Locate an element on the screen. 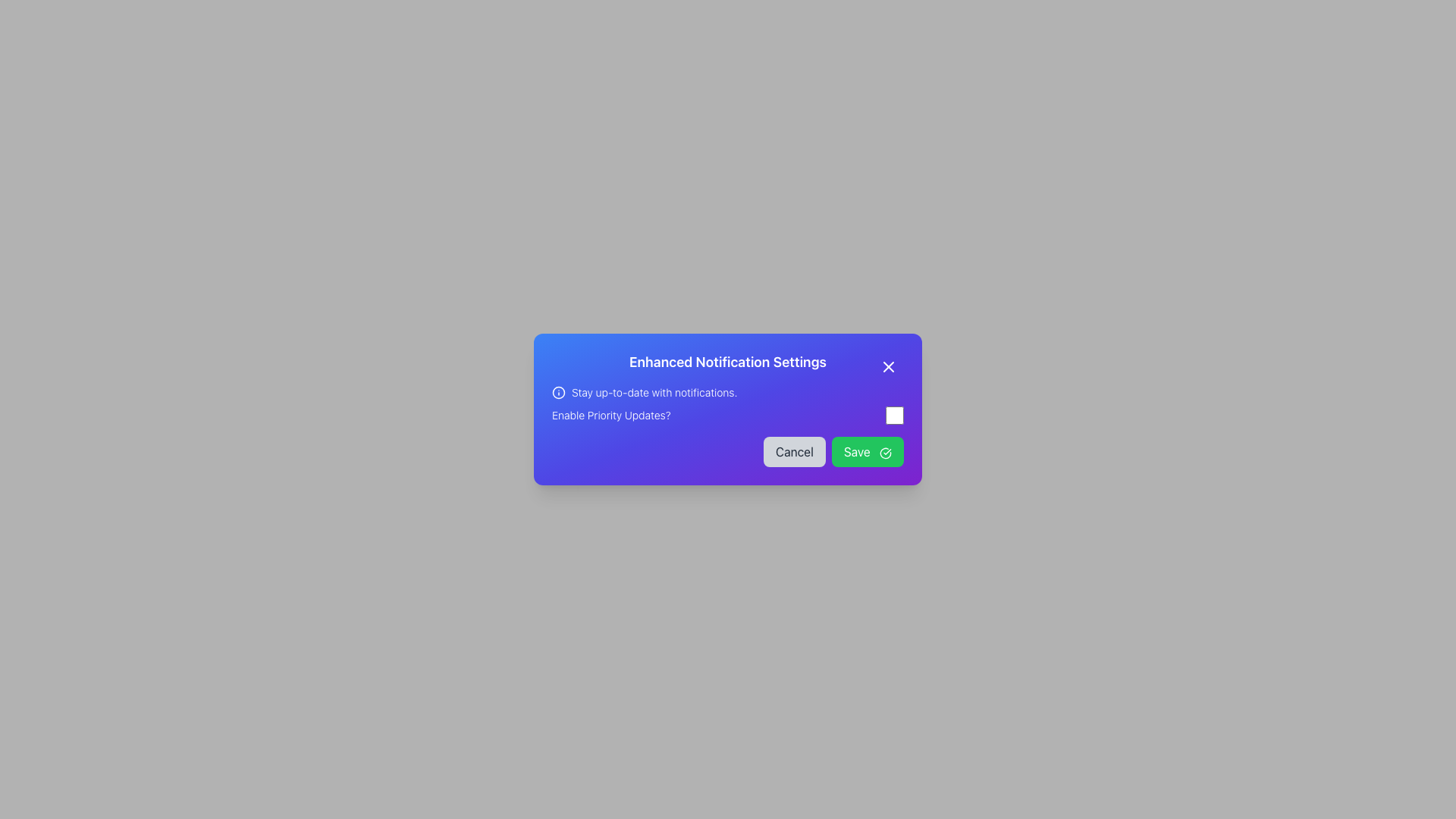 The image size is (1456, 819). the checkbox labeled 'Enable Priority Updates?' for more information is located at coordinates (728, 415).